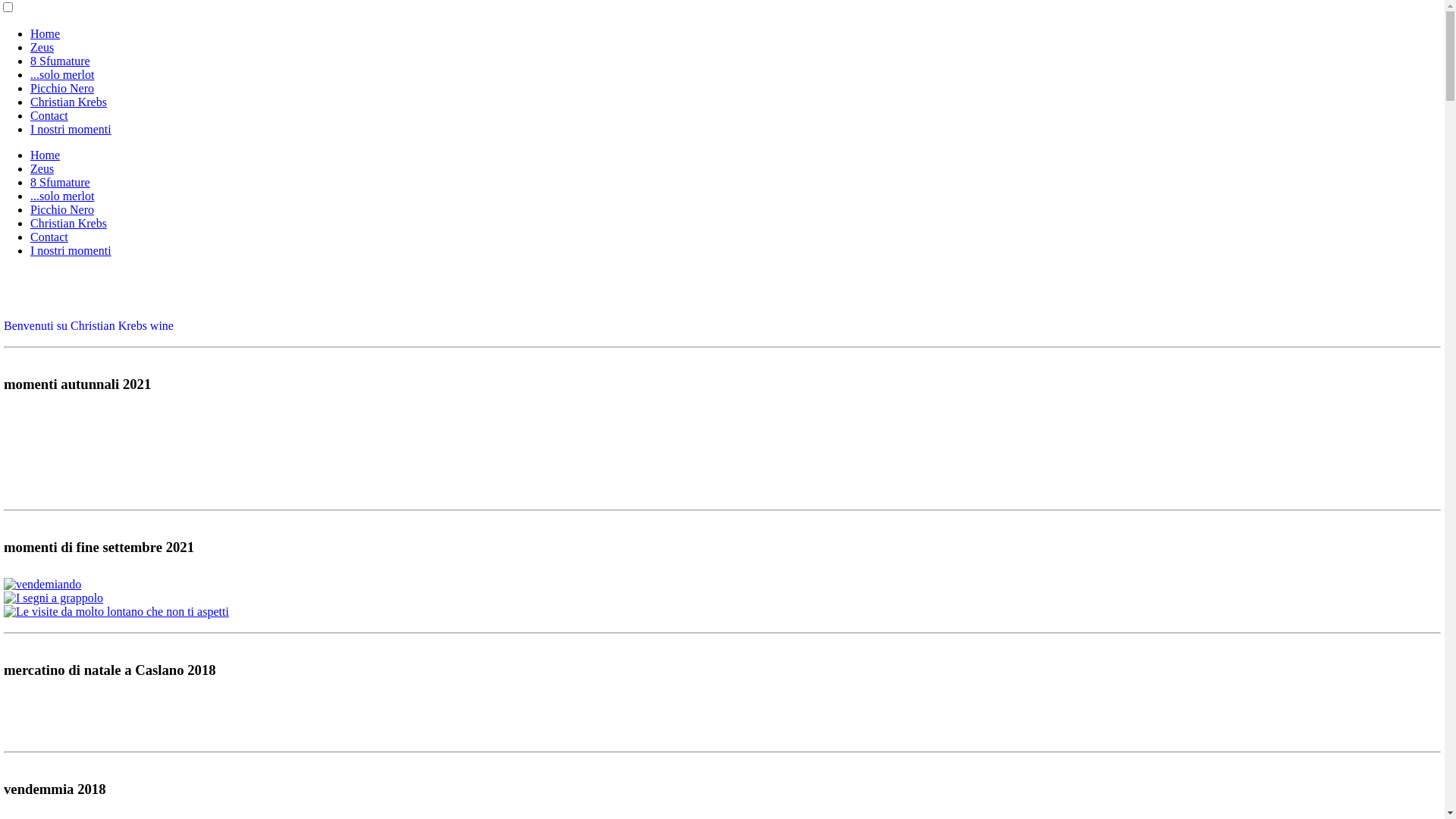  What do you see at coordinates (49, 115) in the screenshot?
I see `'Contact'` at bounding box center [49, 115].